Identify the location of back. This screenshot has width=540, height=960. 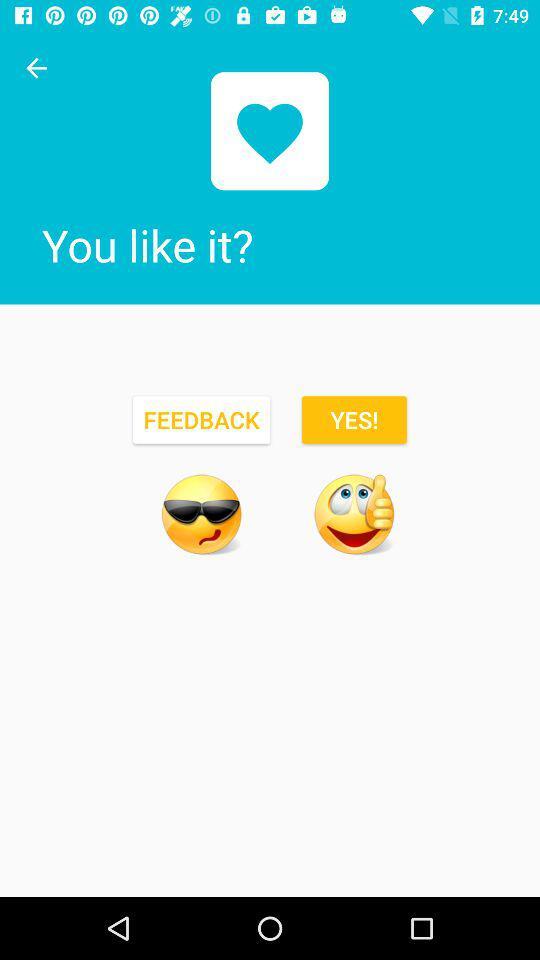
(36, 68).